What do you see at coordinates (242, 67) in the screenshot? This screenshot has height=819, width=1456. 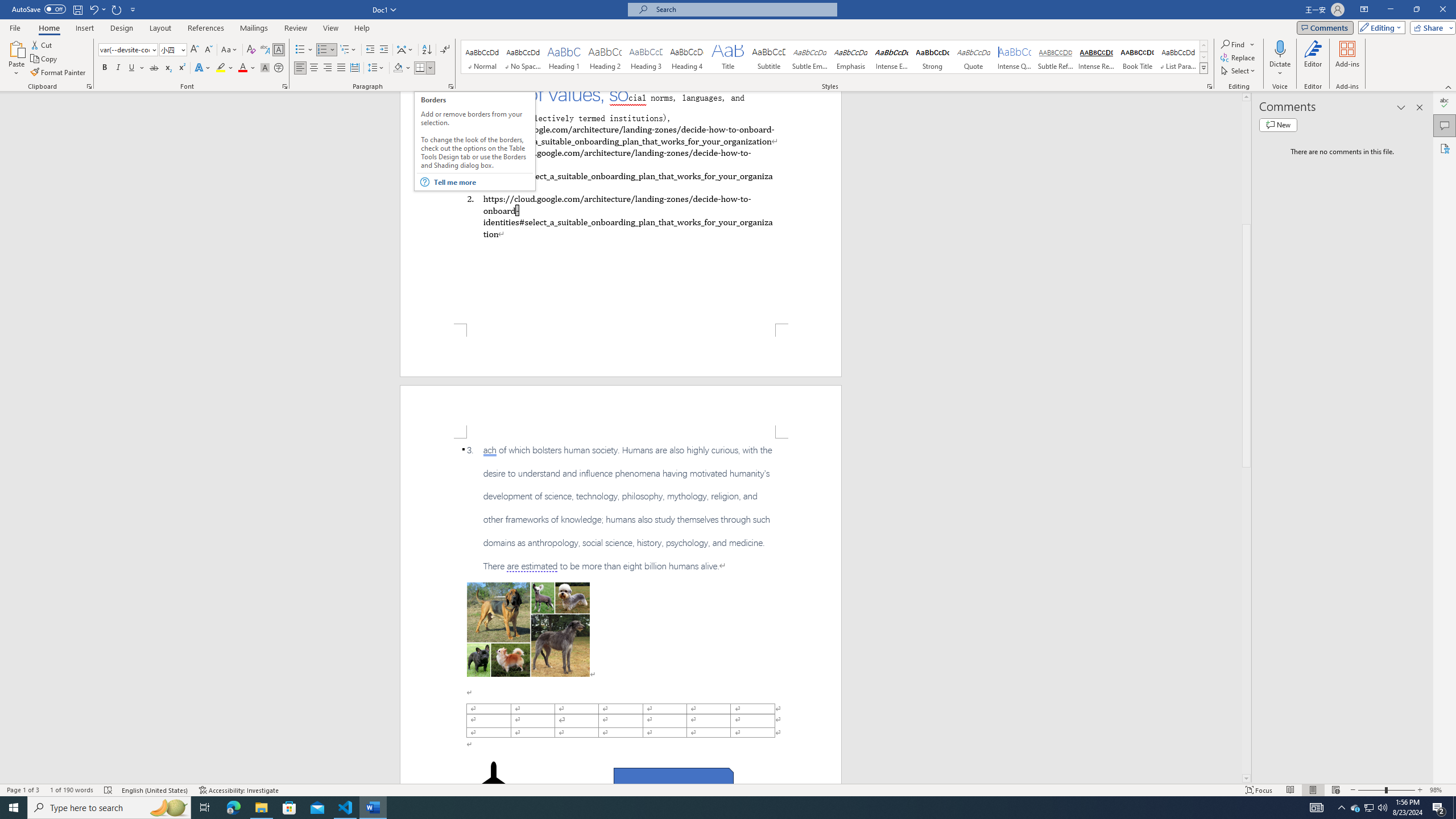 I see `'Font Color Automatic'` at bounding box center [242, 67].